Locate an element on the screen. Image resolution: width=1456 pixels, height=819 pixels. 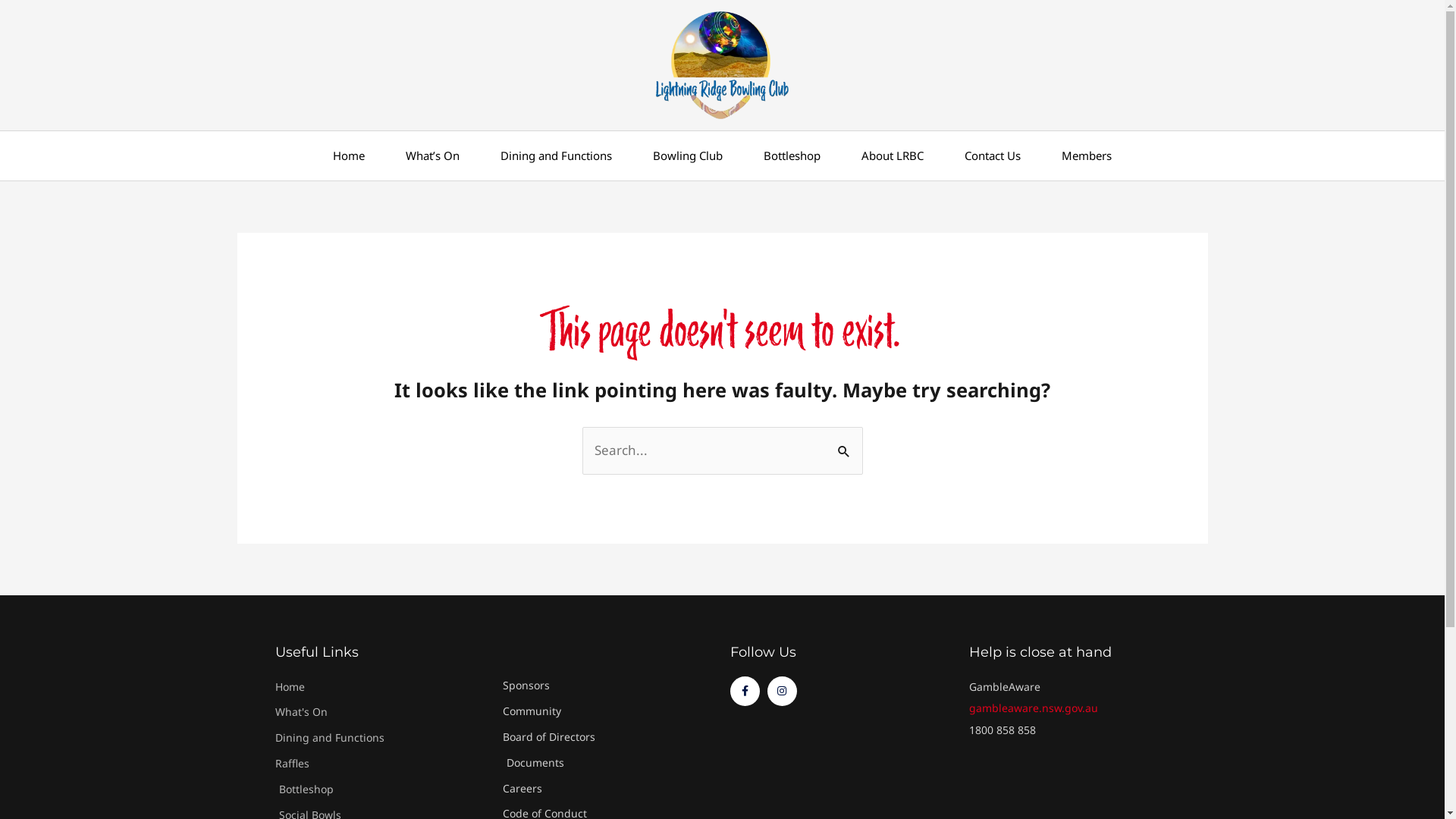
'Members' is located at coordinates (1086, 155).